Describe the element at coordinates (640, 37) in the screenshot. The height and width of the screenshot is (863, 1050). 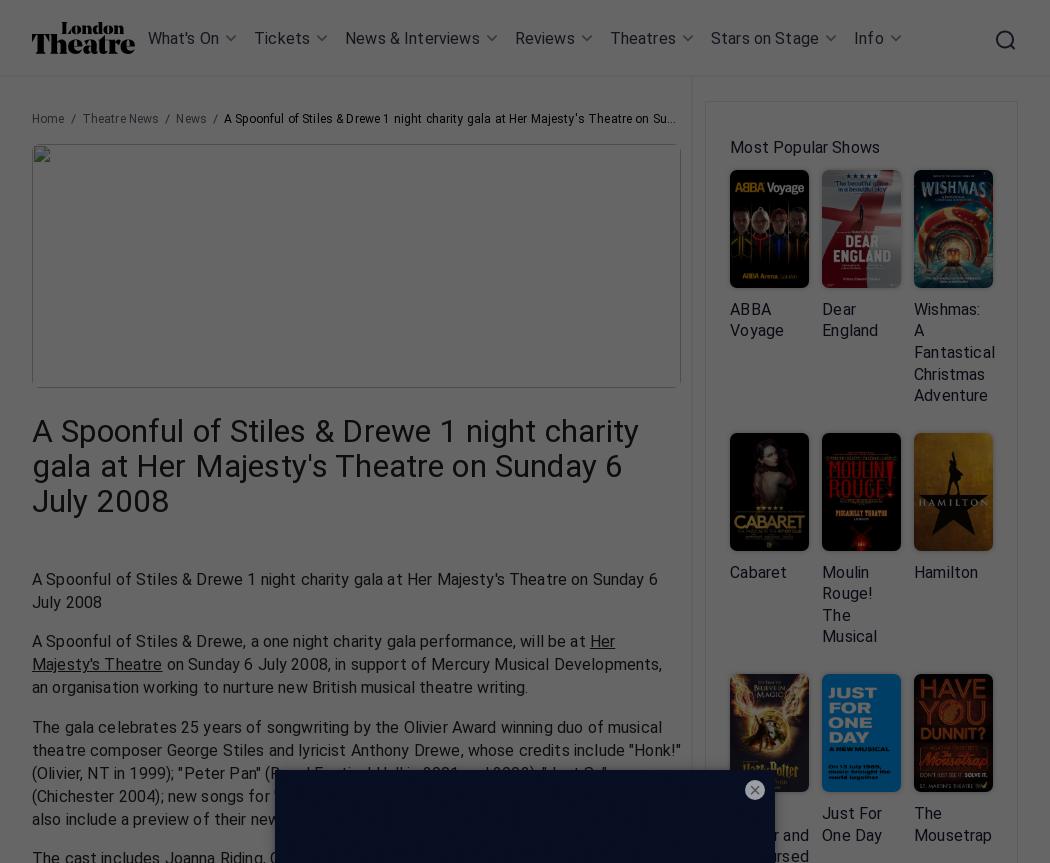
I see `'Theatres'` at that location.